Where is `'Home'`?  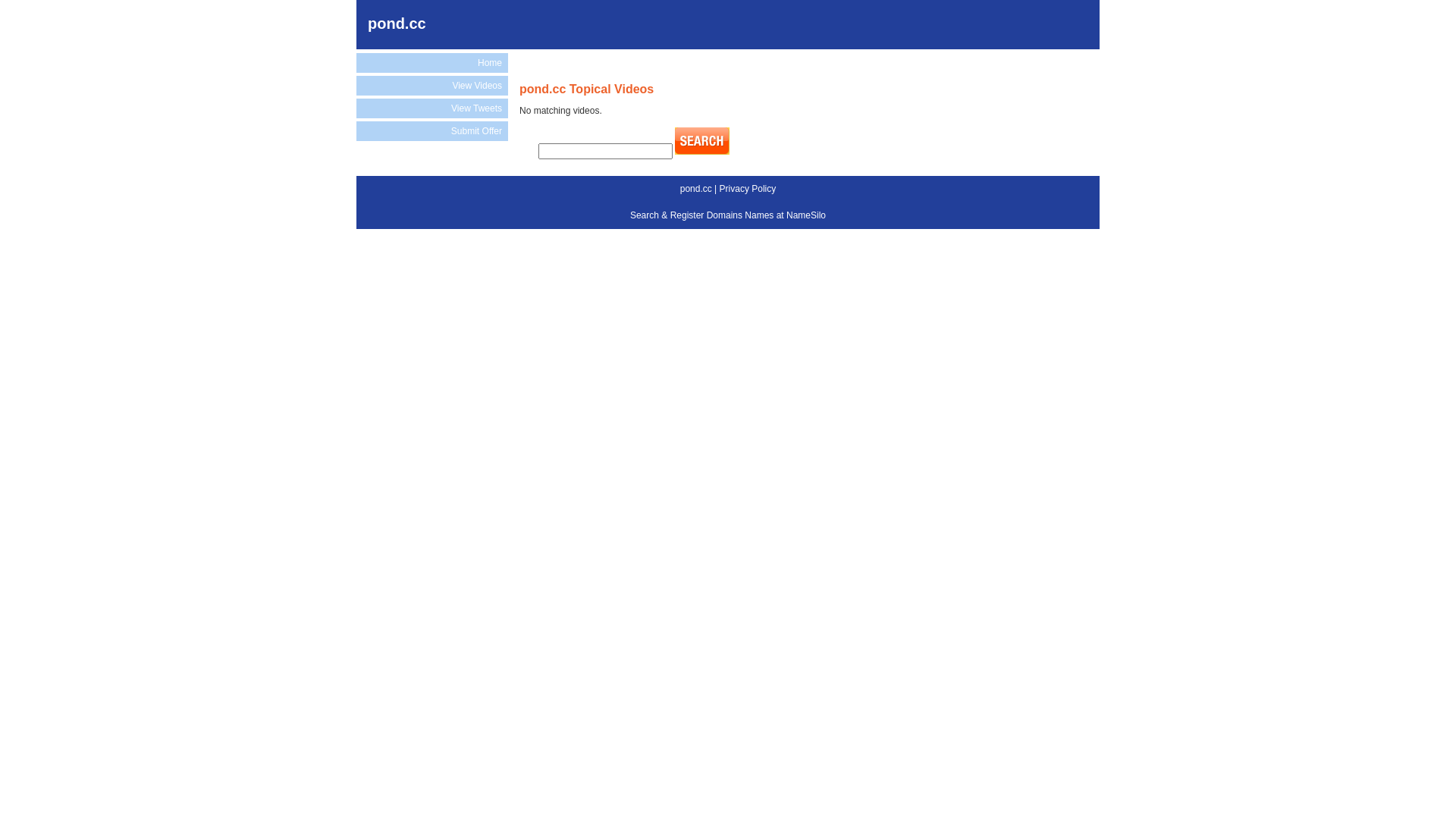
'Home' is located at coordinates (431, 62).